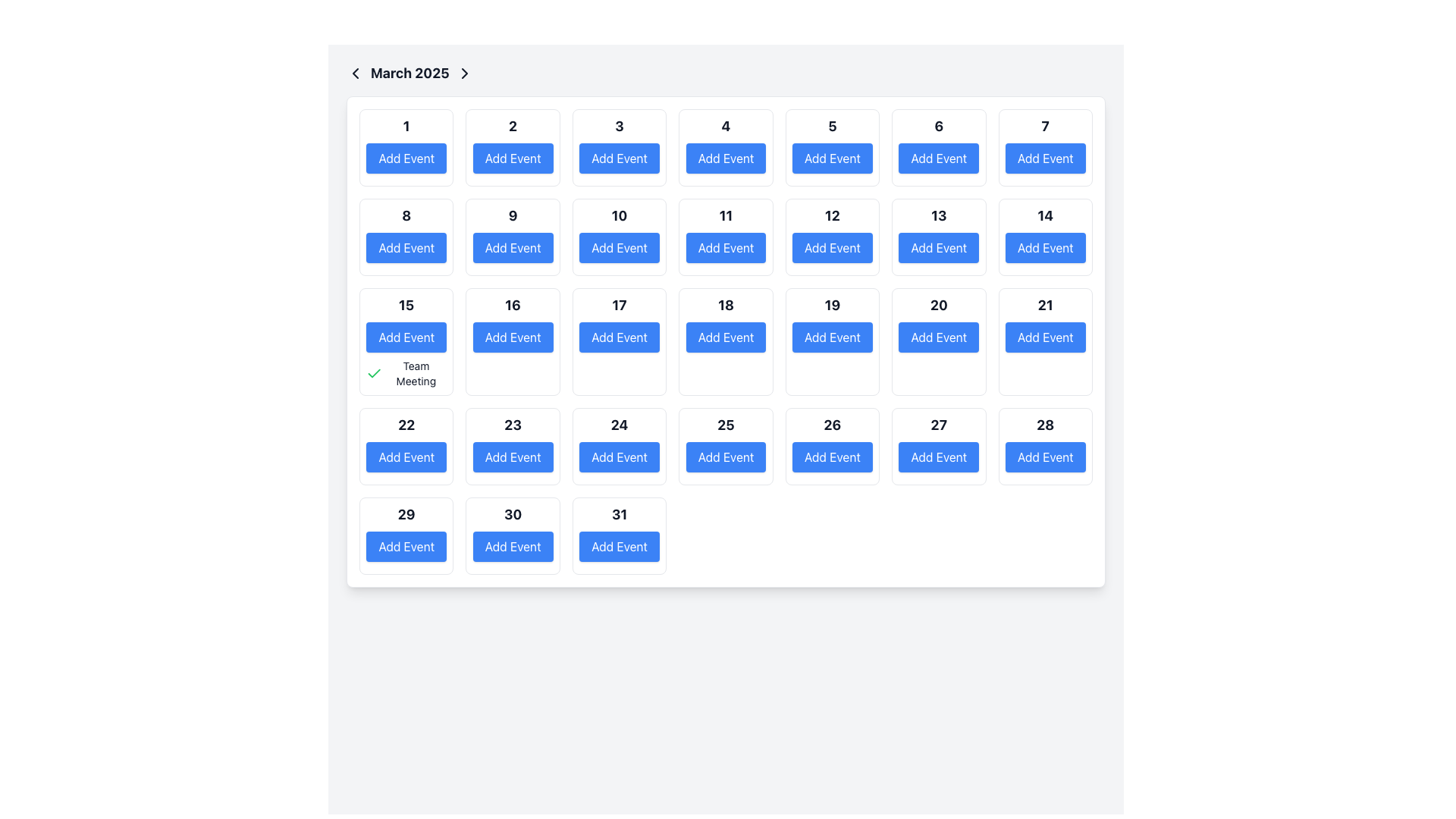 The width and height of the screenshot is (1456, 819). What do you see at coordinates (406, 425) in the screenshot?
I see `the static text indicating the date number '22' in the calendar interface, located above the blue 'Add Event' button` at bounding box center [406, 425].